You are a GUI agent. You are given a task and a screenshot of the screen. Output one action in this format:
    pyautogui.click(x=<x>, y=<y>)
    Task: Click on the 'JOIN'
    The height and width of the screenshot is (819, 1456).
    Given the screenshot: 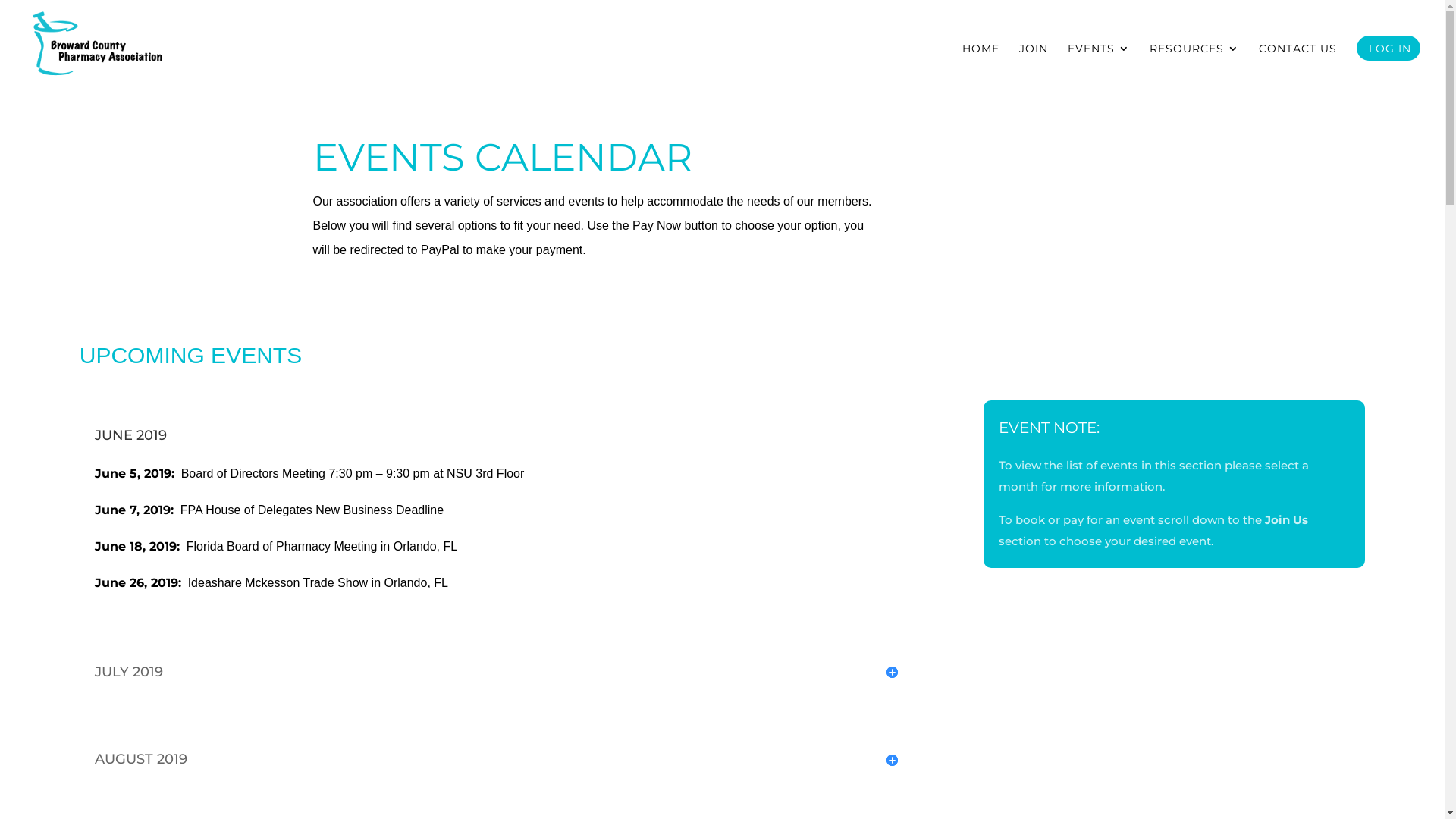 What is the action you would take?
    pyautogui.click(x=1033, y=65)
    